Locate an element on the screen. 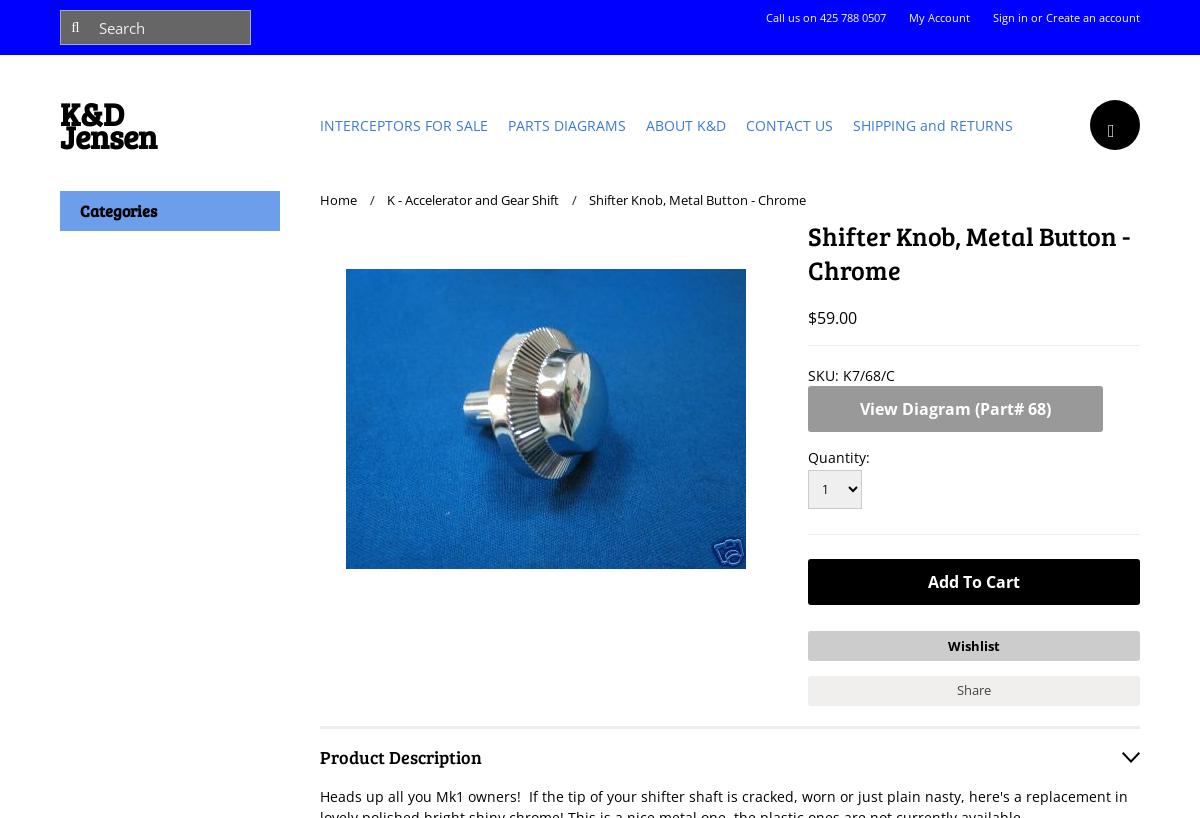 Image resolution: width=1200 pixels, height=818 pixels. 'Home' is located at coordinates (338, 199).